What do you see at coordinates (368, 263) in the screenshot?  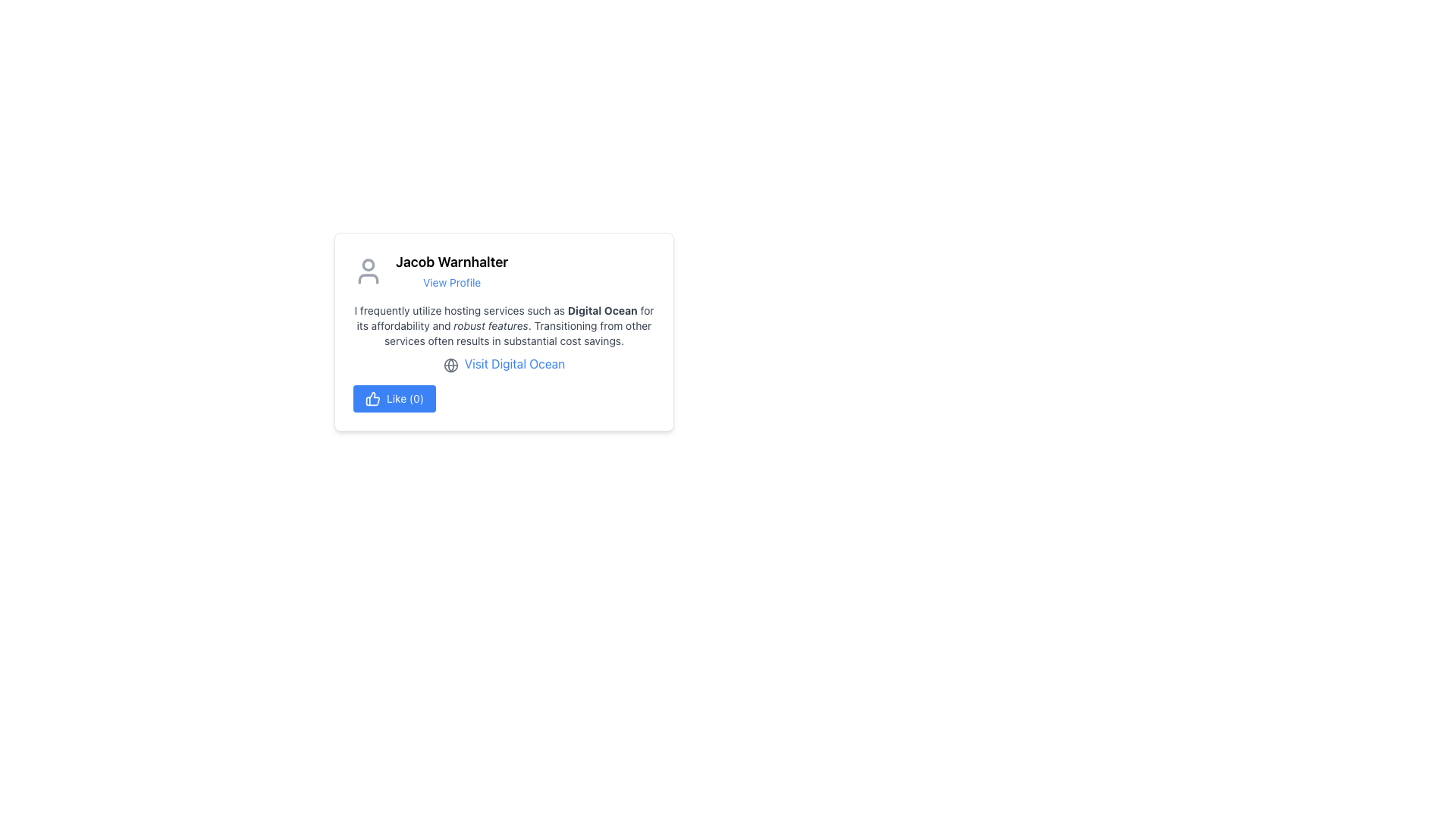 I see `the SVG Circle element that represents the head piece of a user avatar icon, located at the top section of the user profile card` at bounding box center [368, 263].